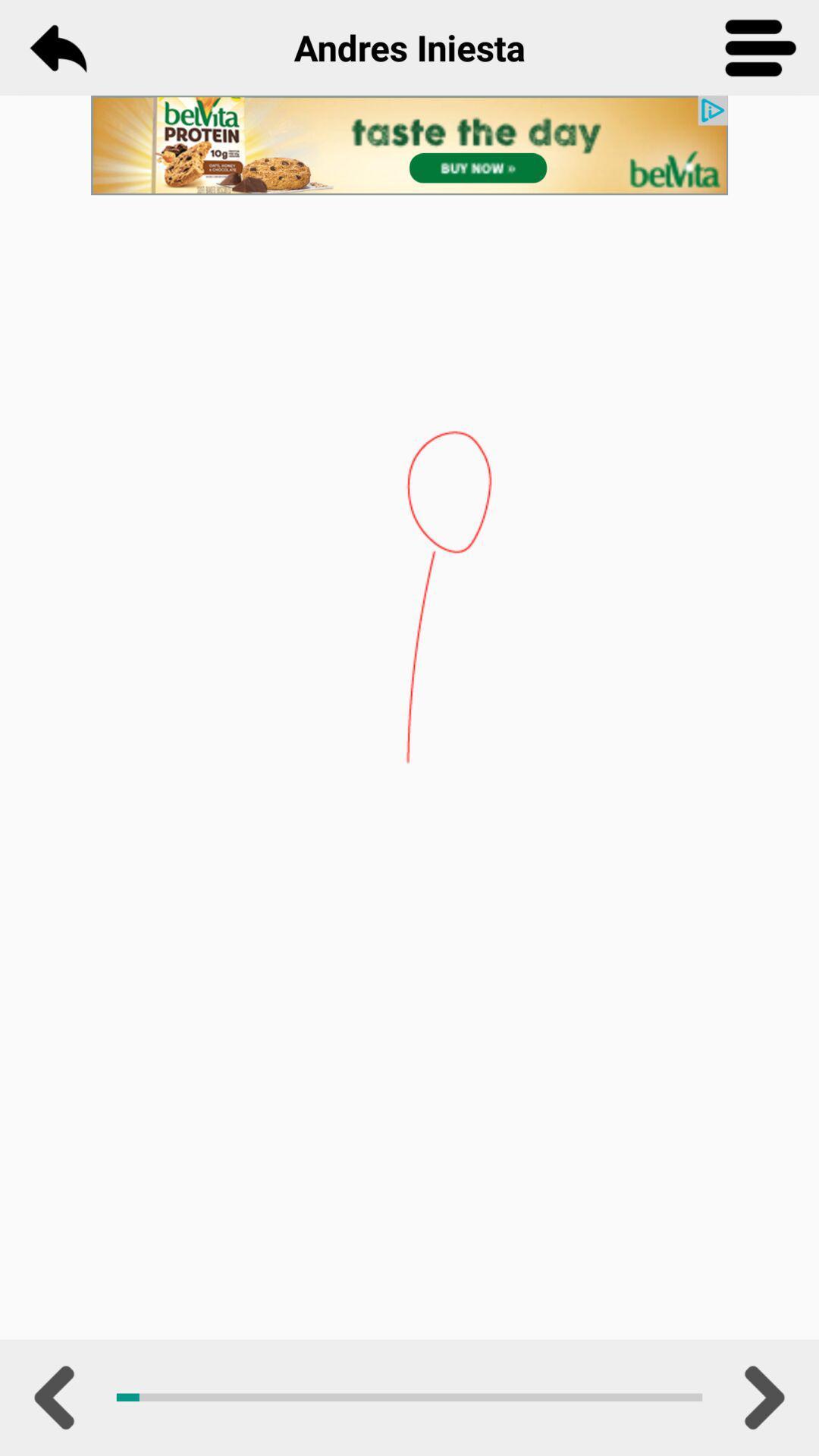 This screenshot has width=819, height=1456. I want to click on advertisement, so click(409, 145).